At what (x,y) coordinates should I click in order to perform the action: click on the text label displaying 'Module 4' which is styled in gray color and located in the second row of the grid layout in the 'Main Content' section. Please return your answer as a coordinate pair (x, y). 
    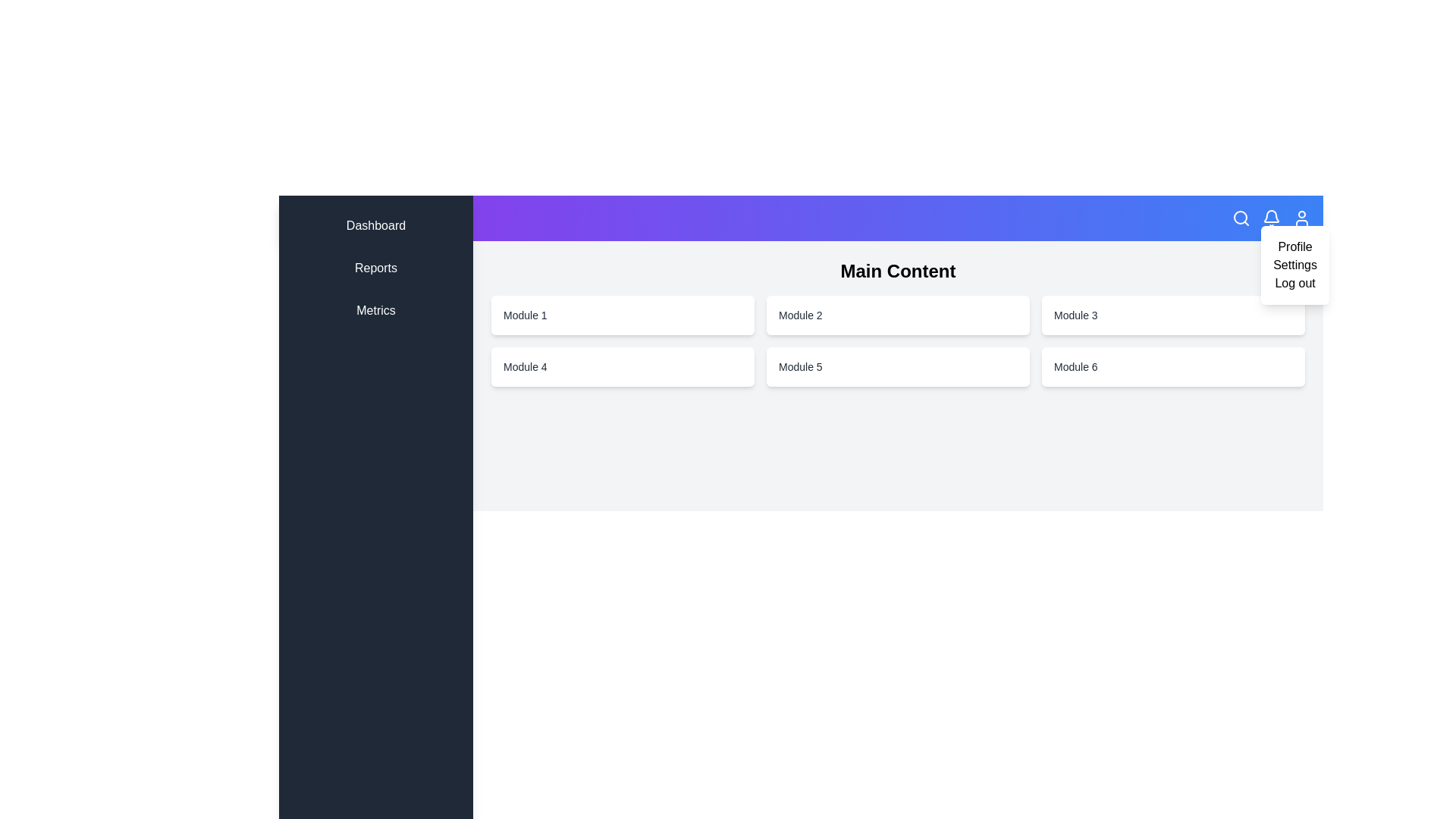
    Looking at the image, I should click on (525, 366).